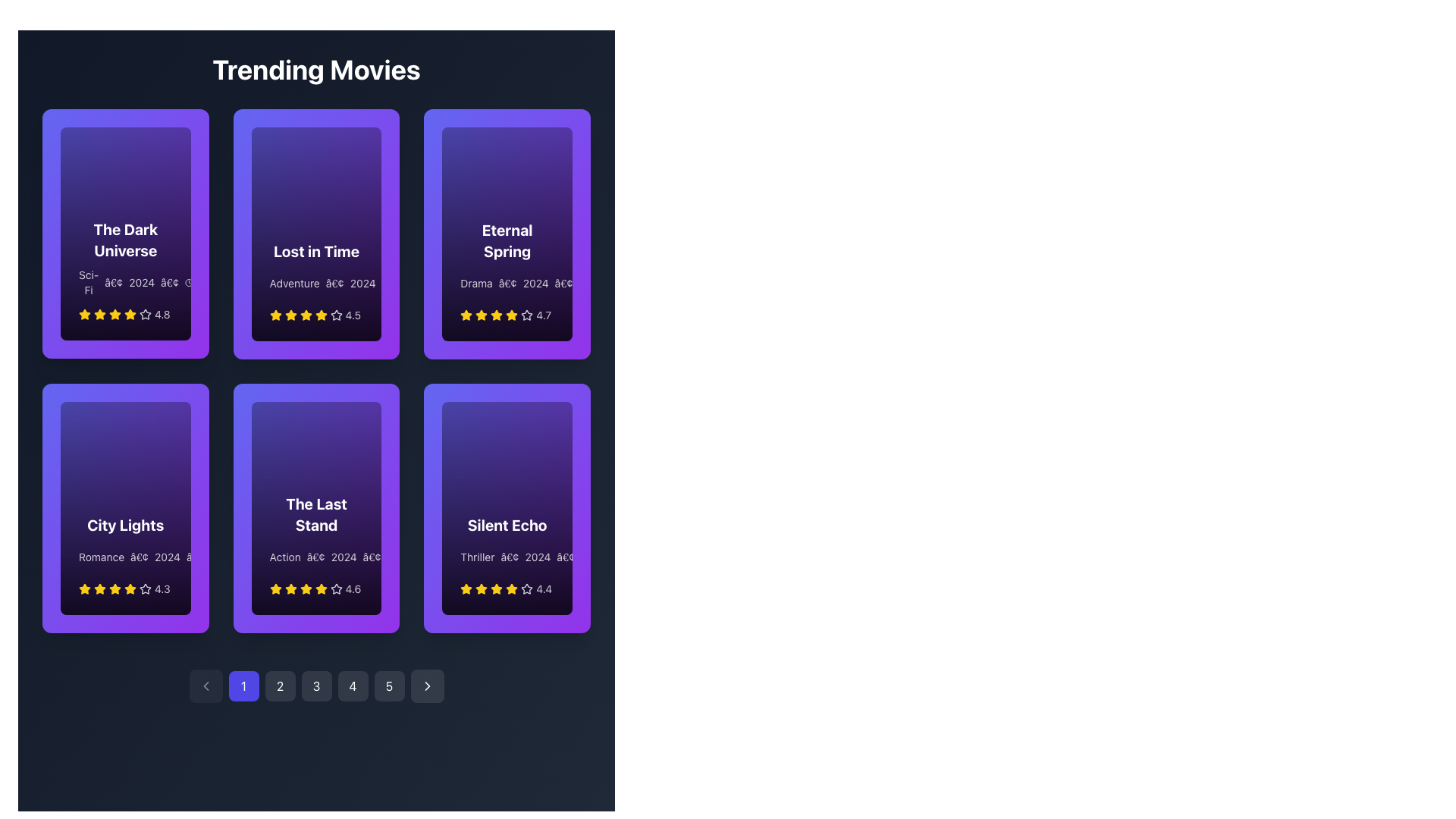 This screenshot has width=1456, height=819. Describe the element at coordinates (99, 314) in the screenshot. I see `the third yellow star-shaped icon in the row of rating stars beneath the text 'The Dark Universe' in the first card` at that location.